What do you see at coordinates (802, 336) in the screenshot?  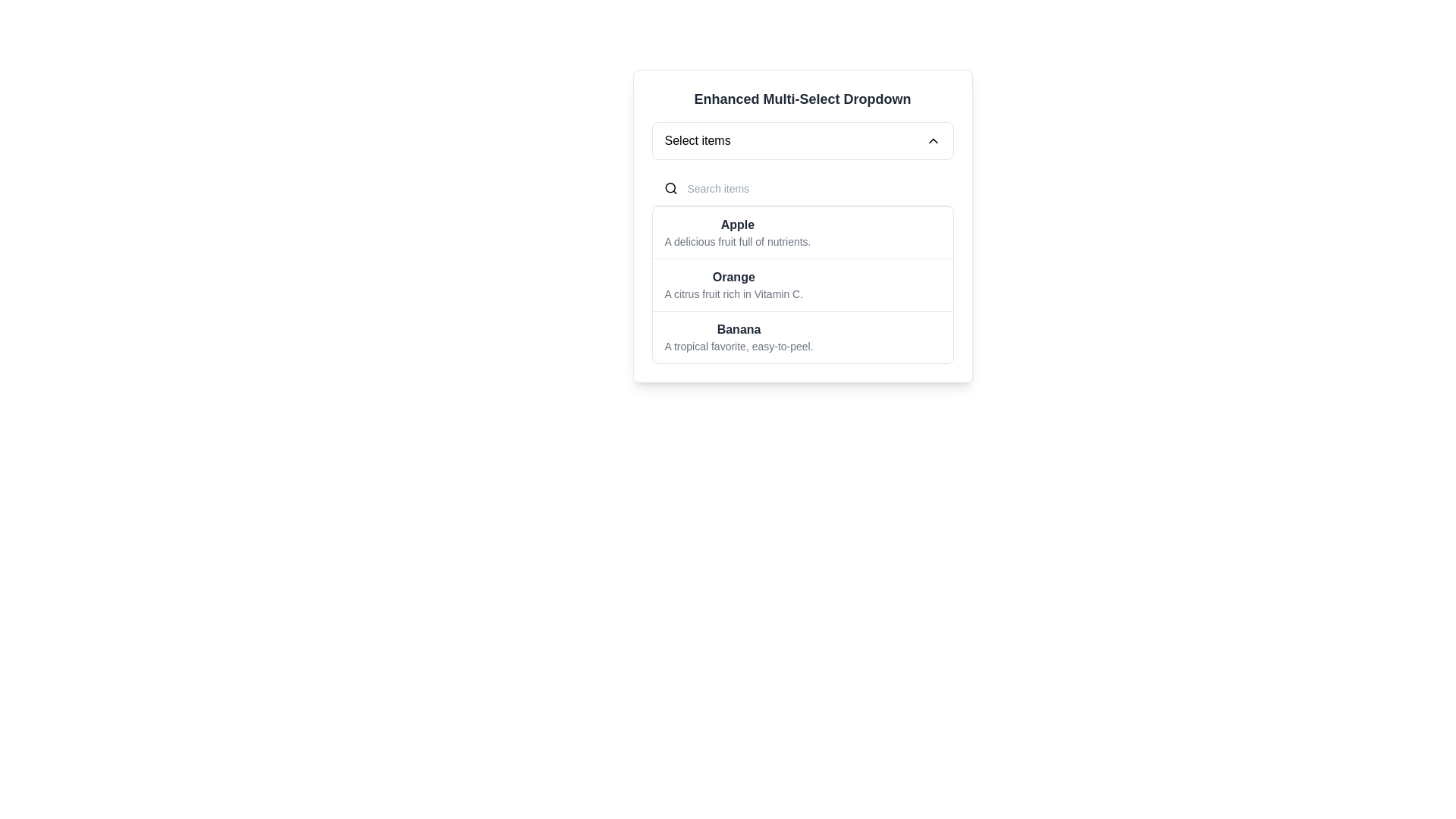 I see `to select the list item displaying 'Banana' in bold followed by 'A tropical favorite, easy-to-peel.'` at bounding box center [802, 336].